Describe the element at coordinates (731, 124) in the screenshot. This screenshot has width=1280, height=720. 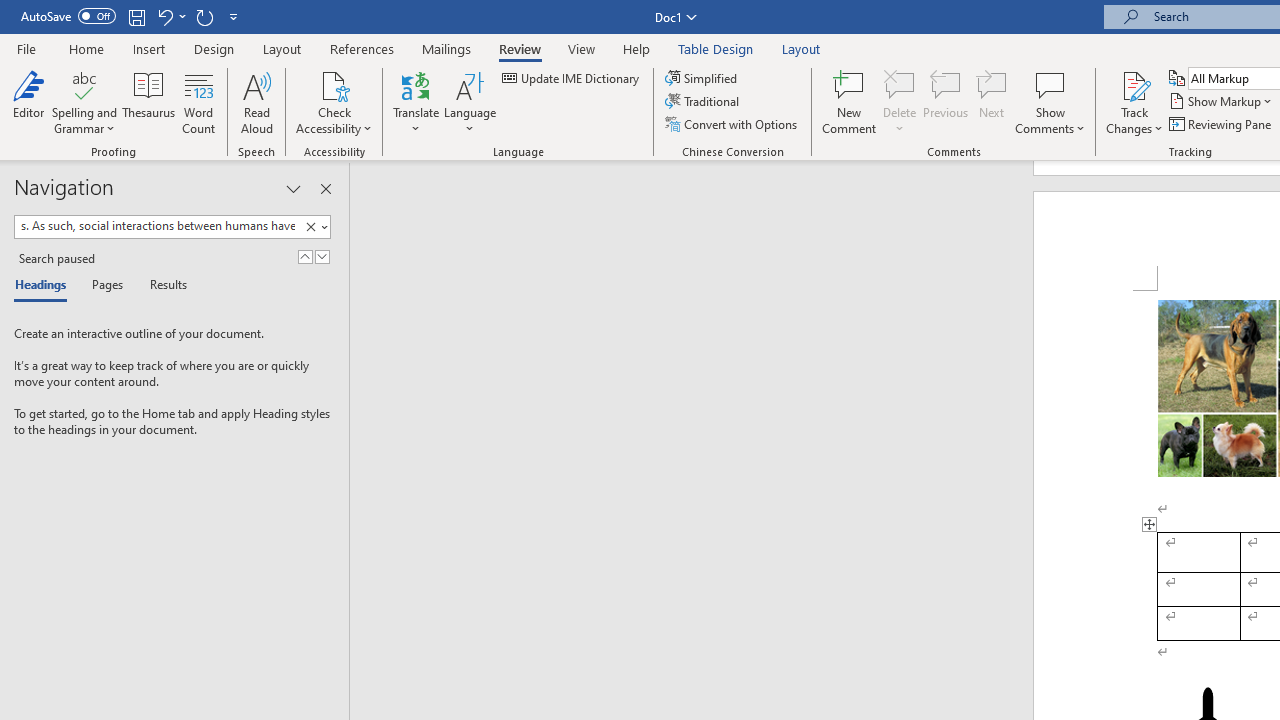
I see `'Convert with Options...'` at that location.